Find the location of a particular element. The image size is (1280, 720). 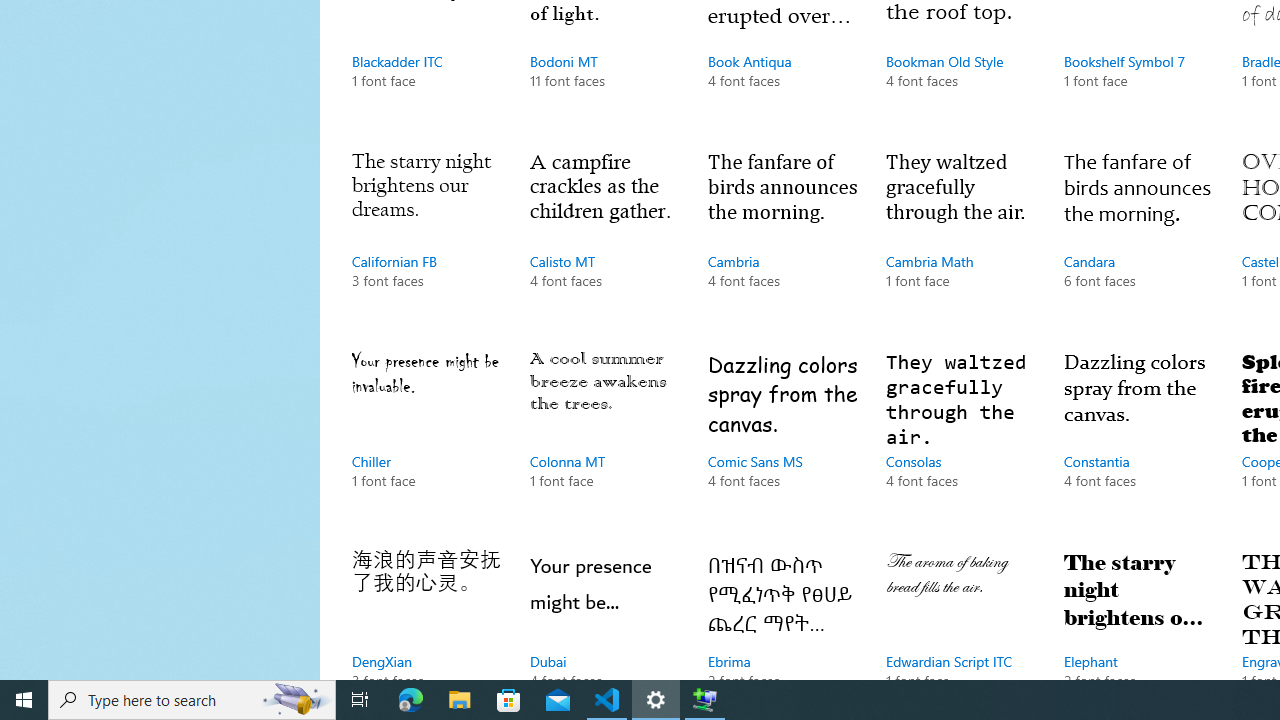

'Candara, 6 font faces' is located at coordinates (1139, 238).